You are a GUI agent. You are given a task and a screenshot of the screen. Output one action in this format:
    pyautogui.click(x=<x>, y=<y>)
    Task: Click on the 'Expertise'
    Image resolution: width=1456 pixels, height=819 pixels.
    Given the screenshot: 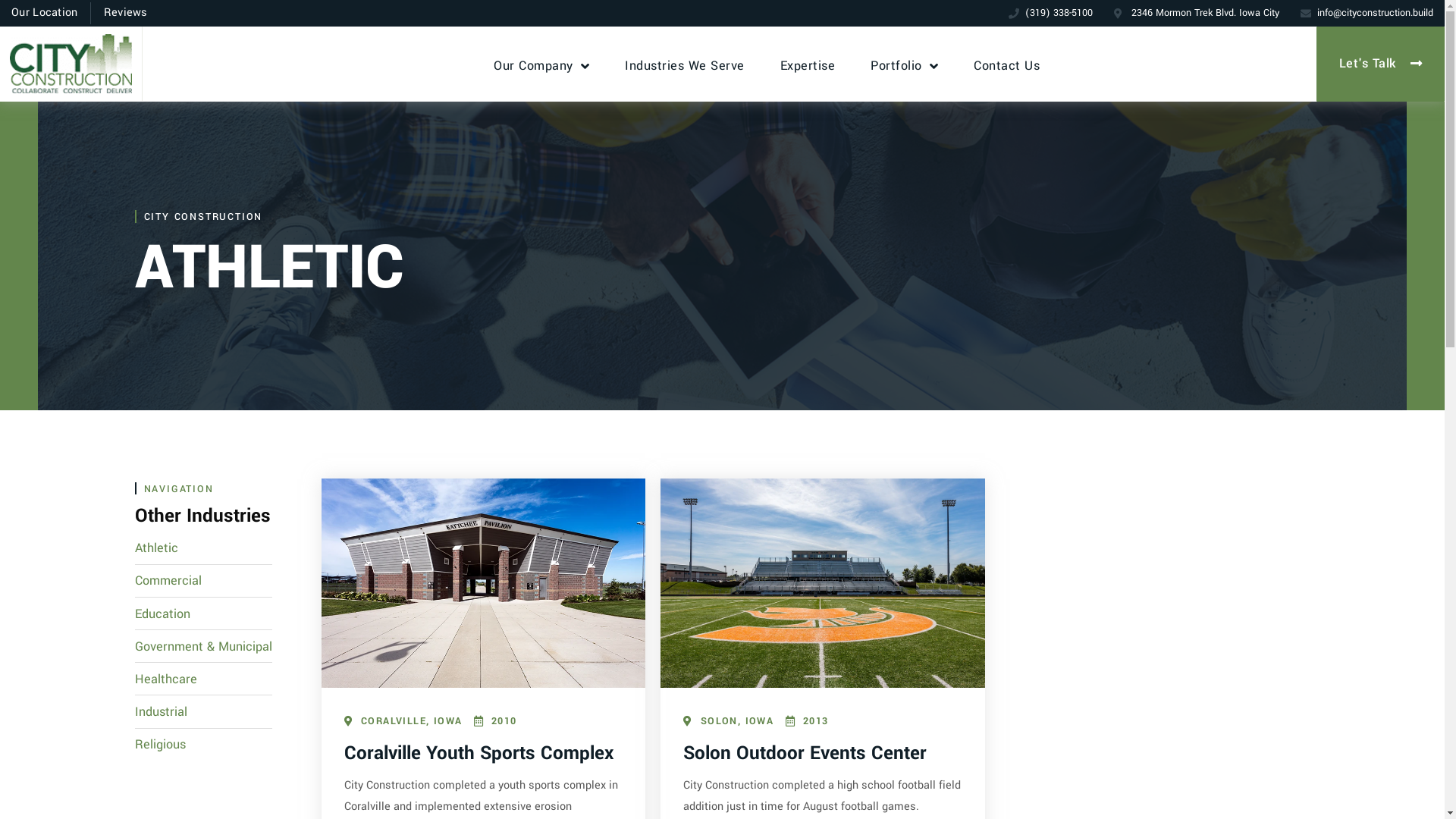 What is the action you would take?
    pyautogui.click(x=807, y=64)
    